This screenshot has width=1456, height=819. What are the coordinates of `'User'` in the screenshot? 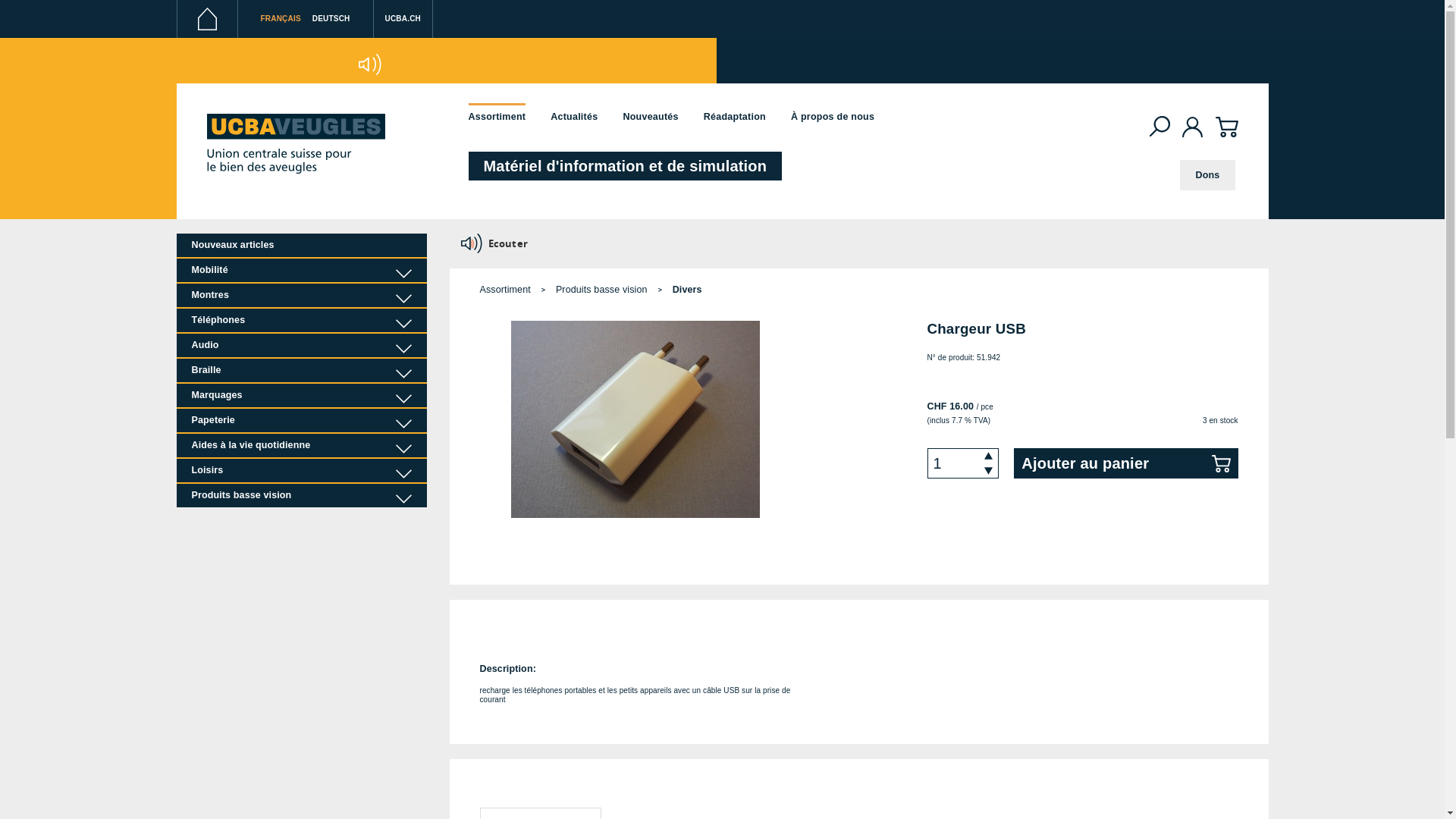 It's located at (1192, 127).